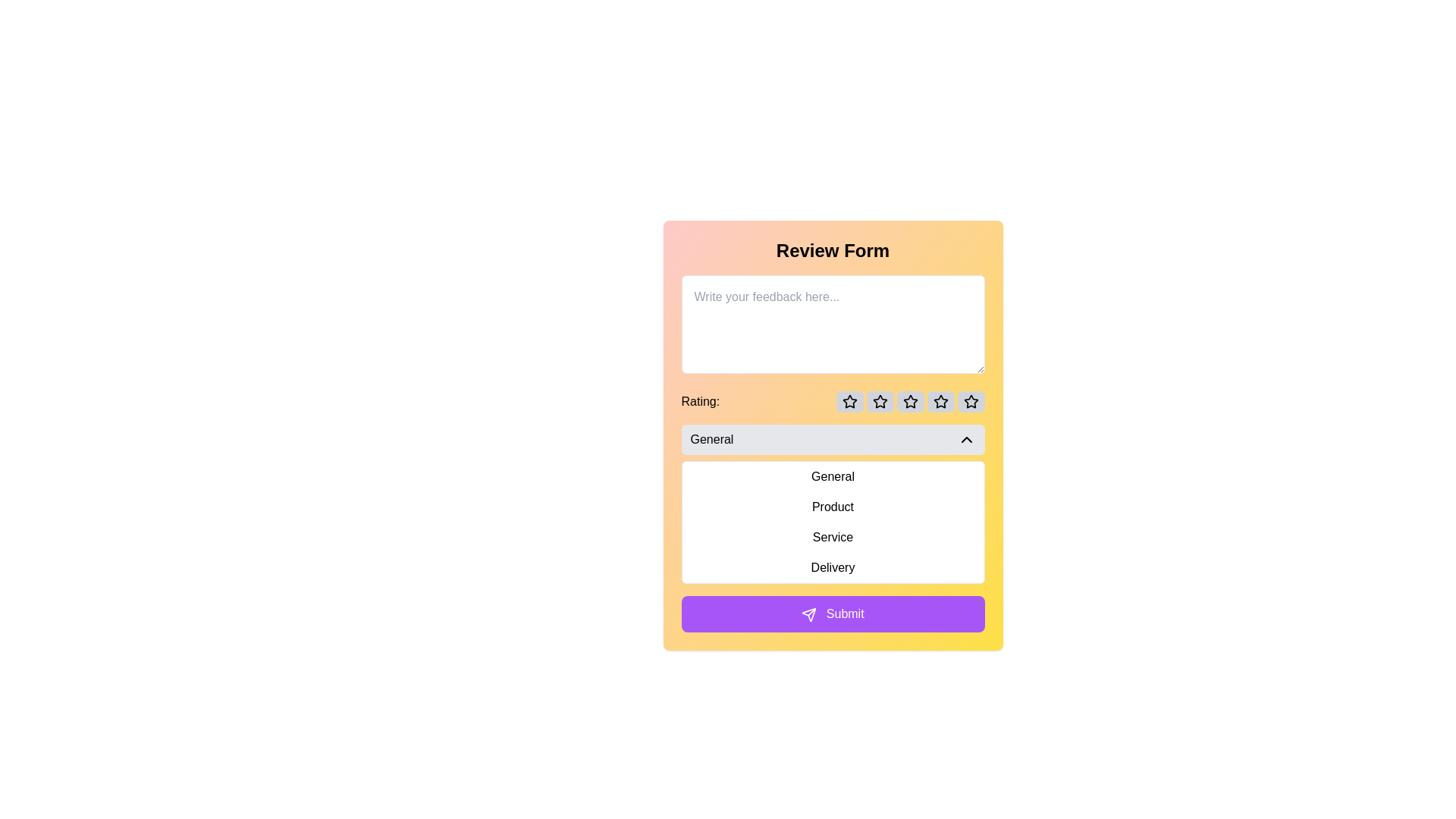 The image size is (1456, 819). What do you see at coordinates (832, 567) in the screenshot?
I see `the 'Delivery' option in the dropdown menu, which is the fourth item labeled with black text on a white background` at bounding box center [832, 567].